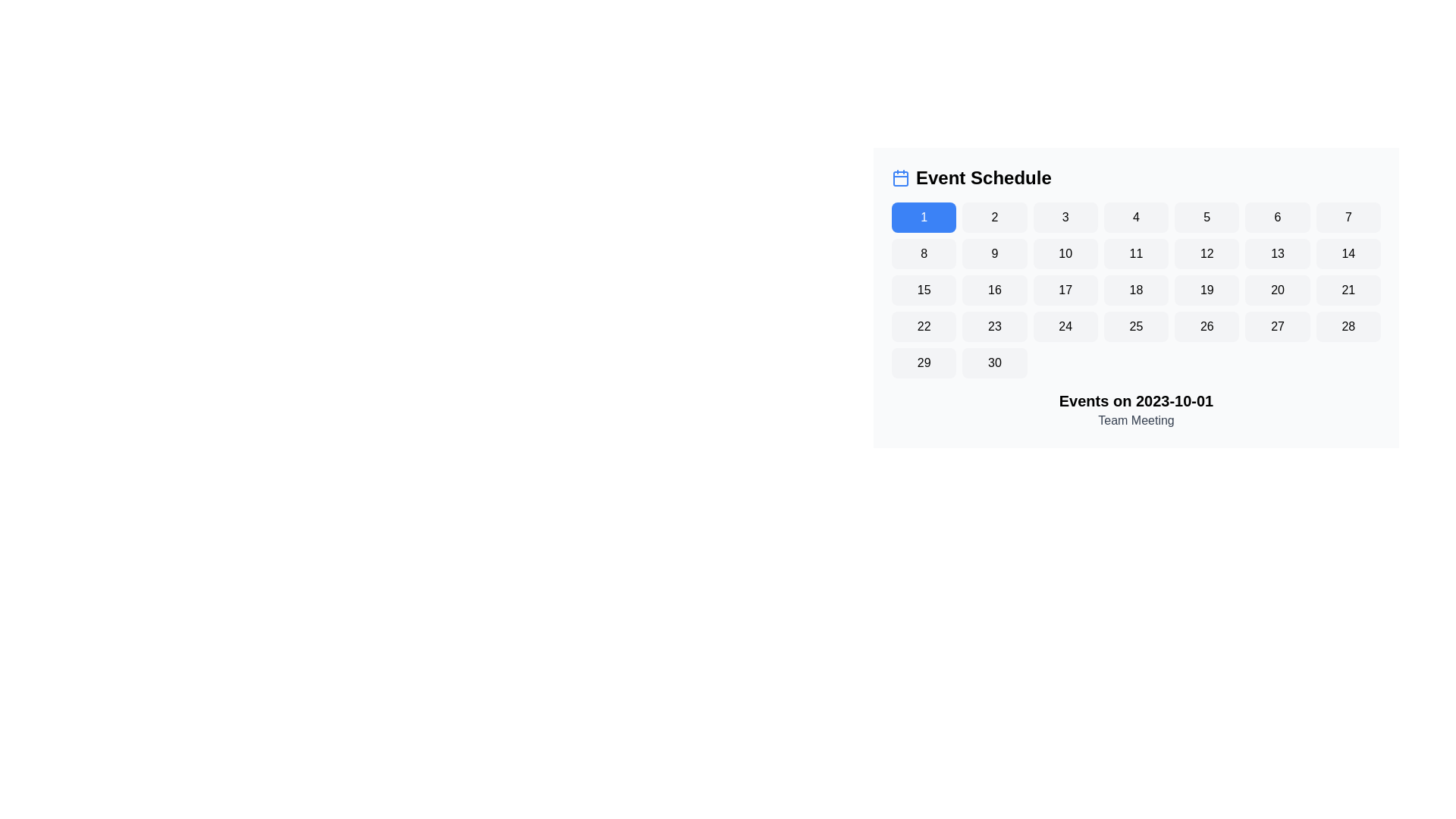 Image resolution: width=1456 pixels, height=819 pixels. Describe the element at coordinates (1348, 217) in the screenshot. I see `the button representing the 7th day in the calendar grid` at that location.